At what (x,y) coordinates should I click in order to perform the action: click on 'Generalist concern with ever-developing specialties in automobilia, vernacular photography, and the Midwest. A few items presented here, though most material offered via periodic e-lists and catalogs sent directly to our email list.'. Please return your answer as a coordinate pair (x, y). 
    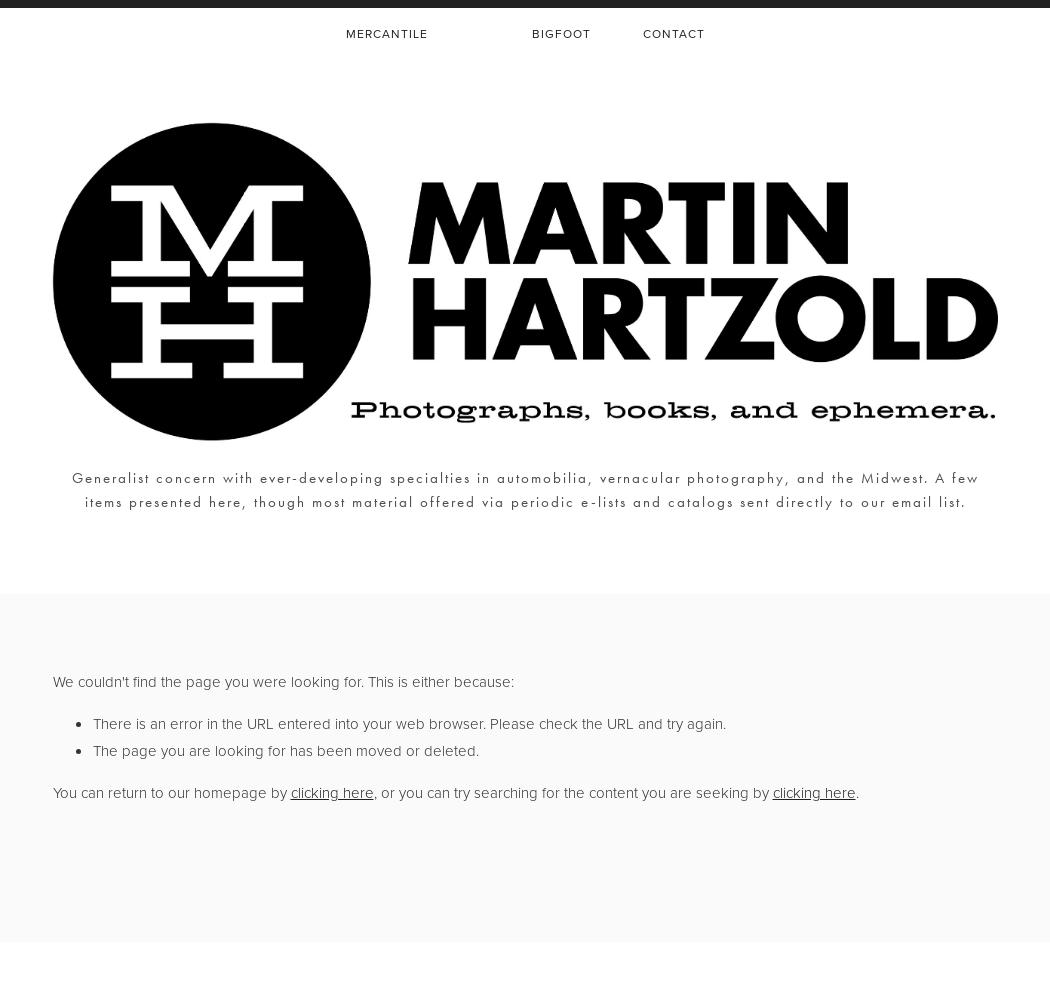
    Looking at the image, I should click on (523, 489).